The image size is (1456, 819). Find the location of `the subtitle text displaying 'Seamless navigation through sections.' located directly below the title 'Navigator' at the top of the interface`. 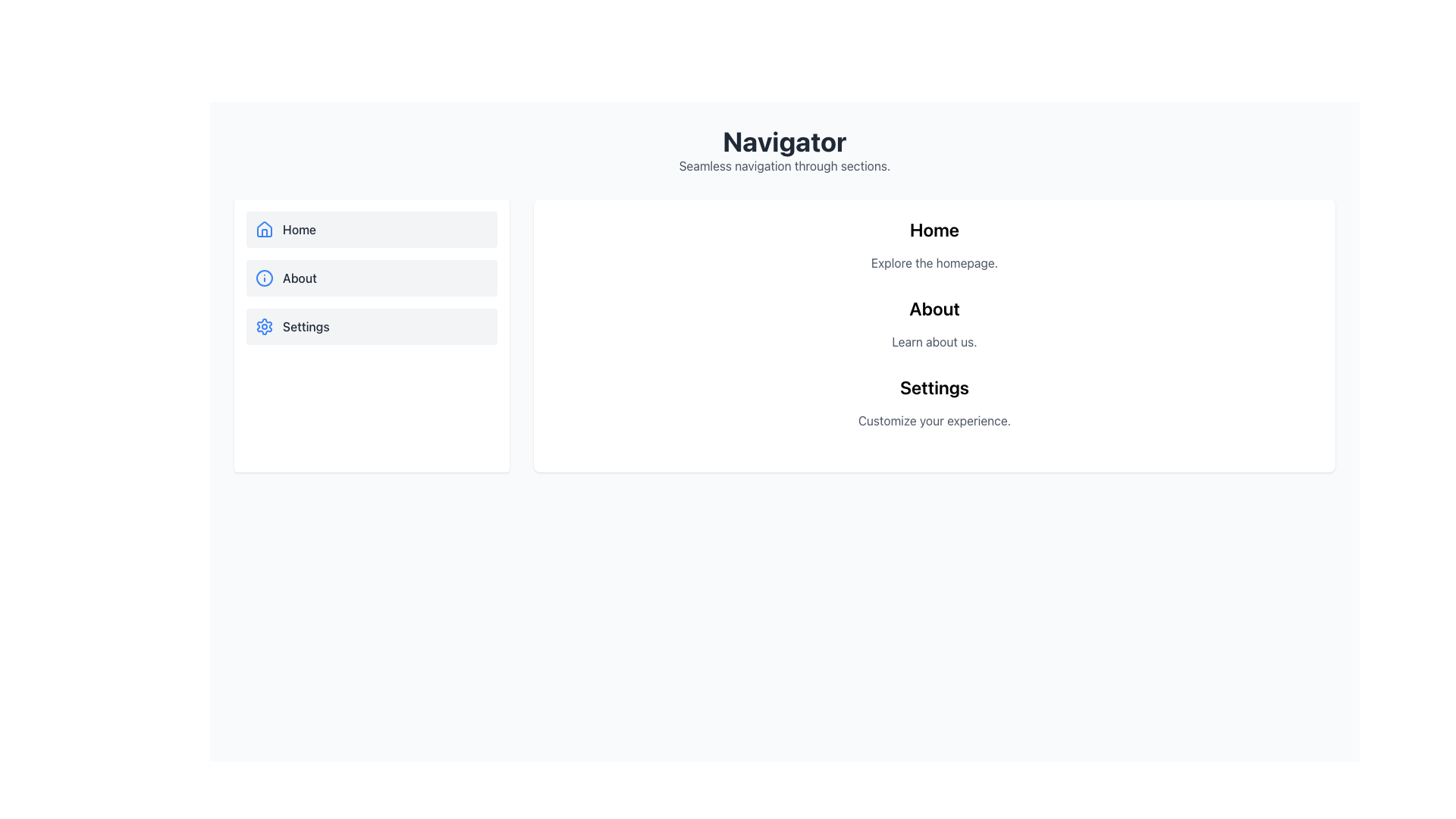

the subtitle text displaying 'Seamless navigation through sections.' located directly below the title 'Navigator' at the top of the interface is located at coordinates (785, 166).